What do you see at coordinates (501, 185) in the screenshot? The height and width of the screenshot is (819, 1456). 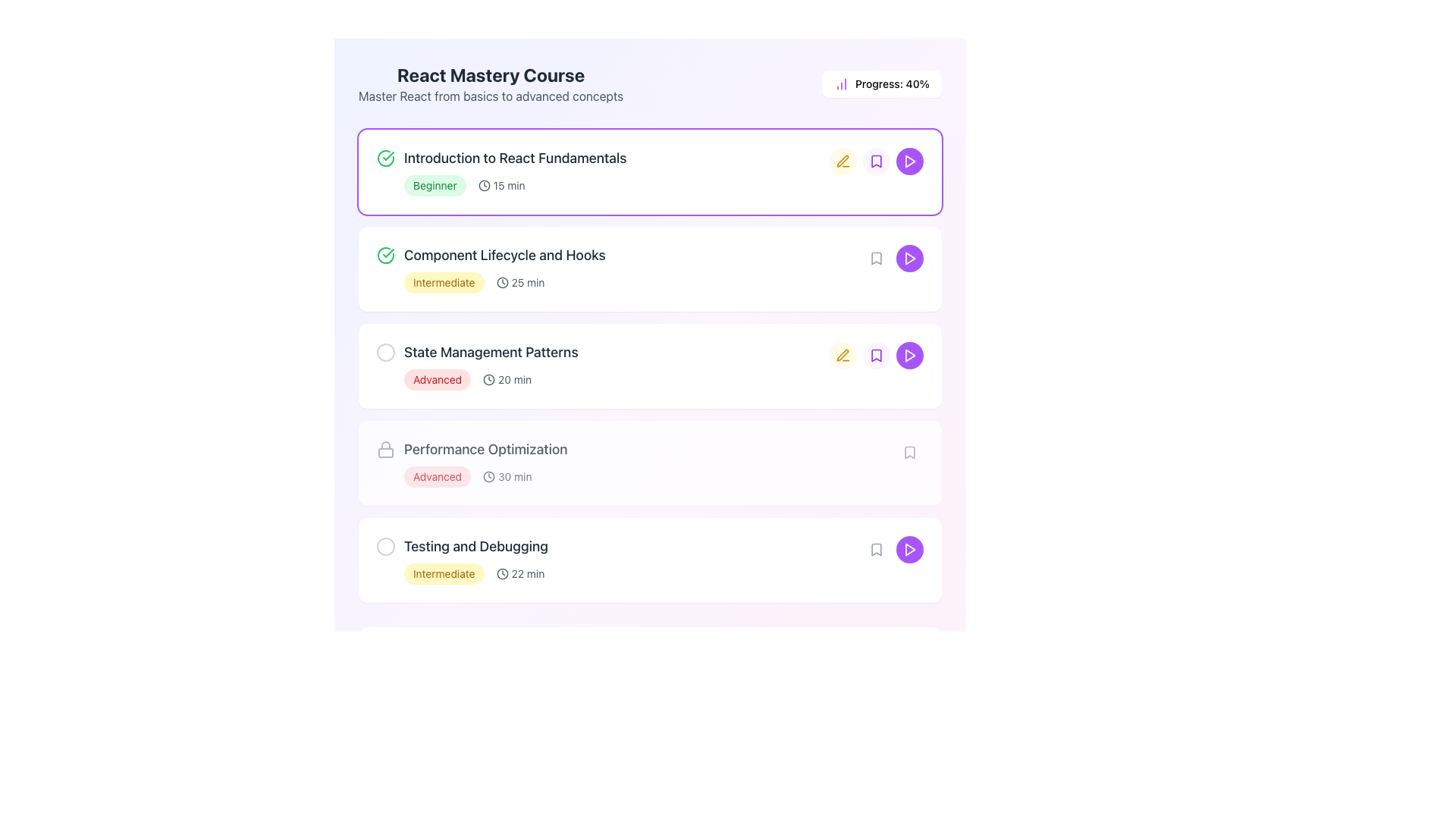 I see `the text '15 min' adjacent to the clock icon within the highlighted card labeled 'Introduction to React Fundamentals'` at bounding box center [501, 185].